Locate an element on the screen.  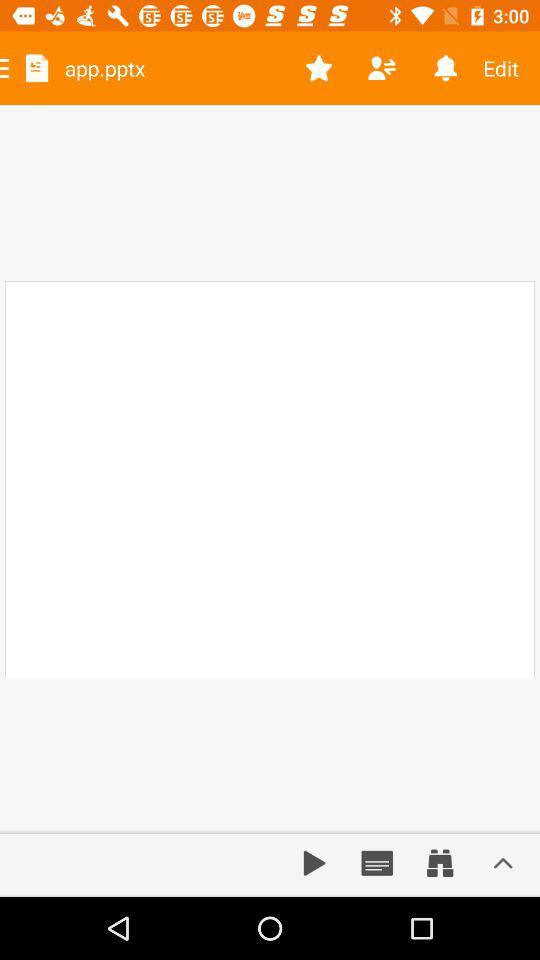
to favorites is located at coordinates (319, 68).